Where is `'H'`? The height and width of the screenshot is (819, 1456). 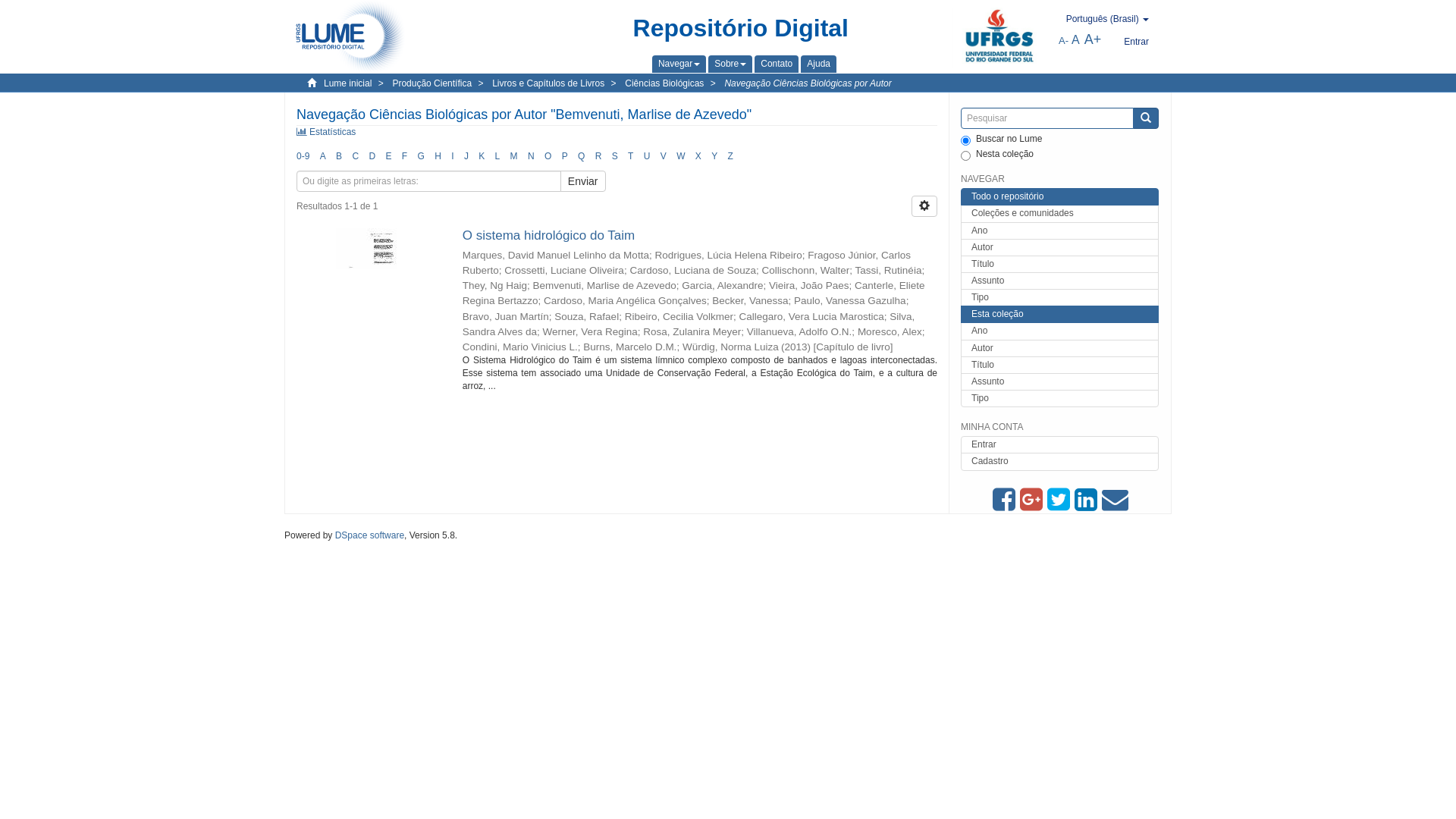 'H' is located at coordinates (433, 155).